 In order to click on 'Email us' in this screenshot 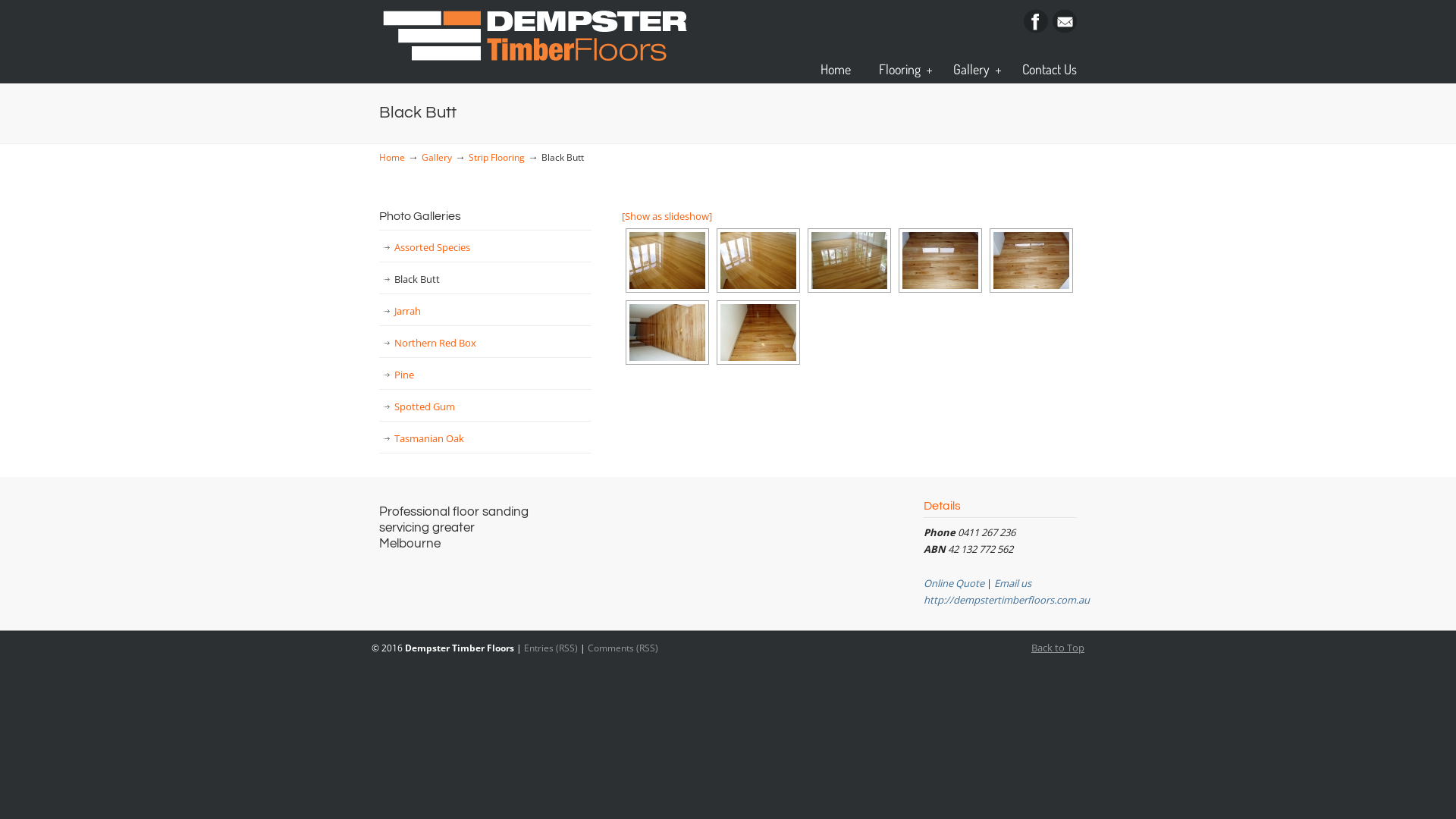, I will do `click(1012, 582)`.